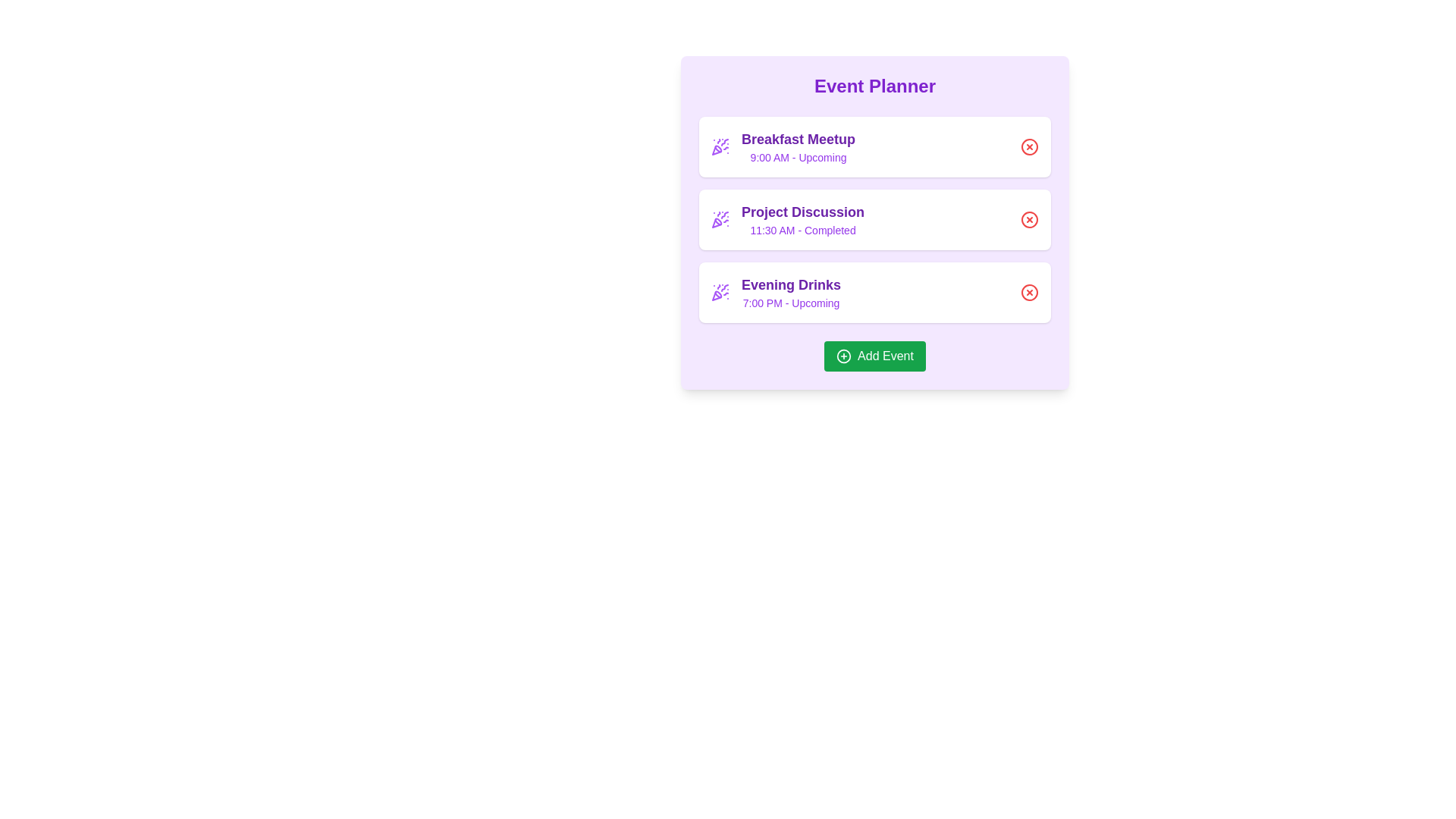  I want to click on remove button for the event titled Project Discussion, so click(1030, 219).